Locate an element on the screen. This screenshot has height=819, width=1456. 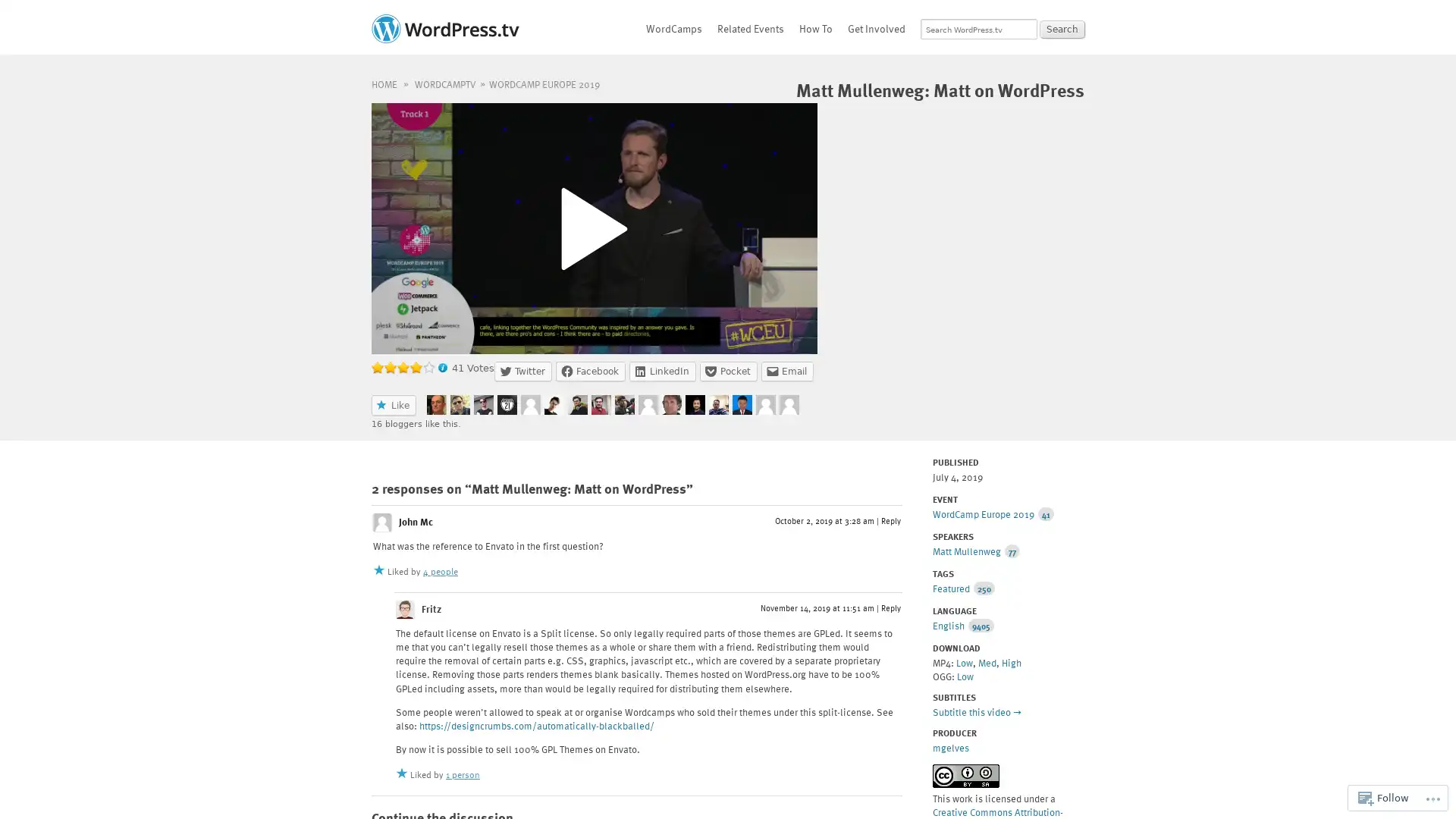
Search is located at coordinates (1062, 29).